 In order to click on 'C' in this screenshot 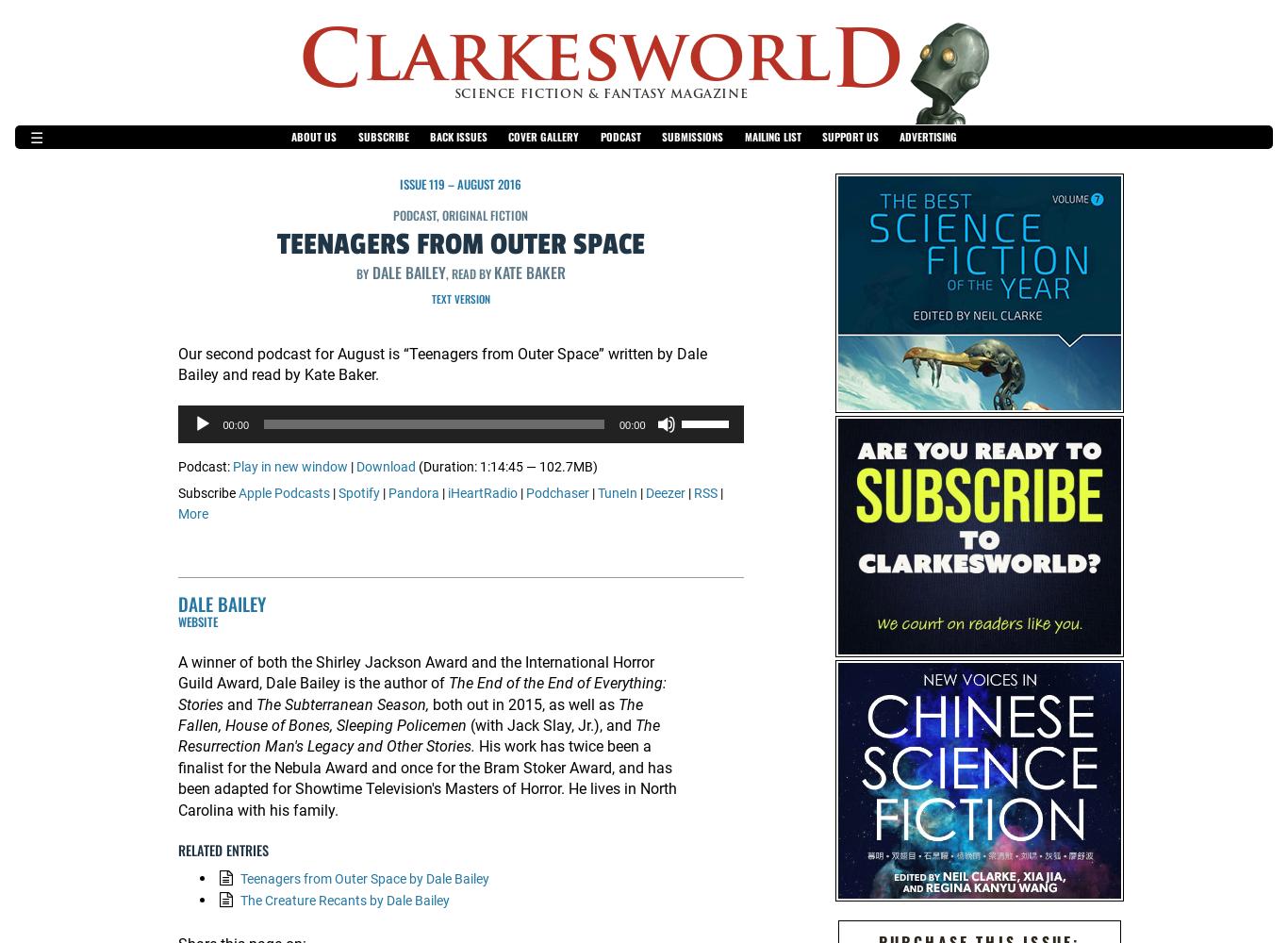, I will do `click(297, 58)`.